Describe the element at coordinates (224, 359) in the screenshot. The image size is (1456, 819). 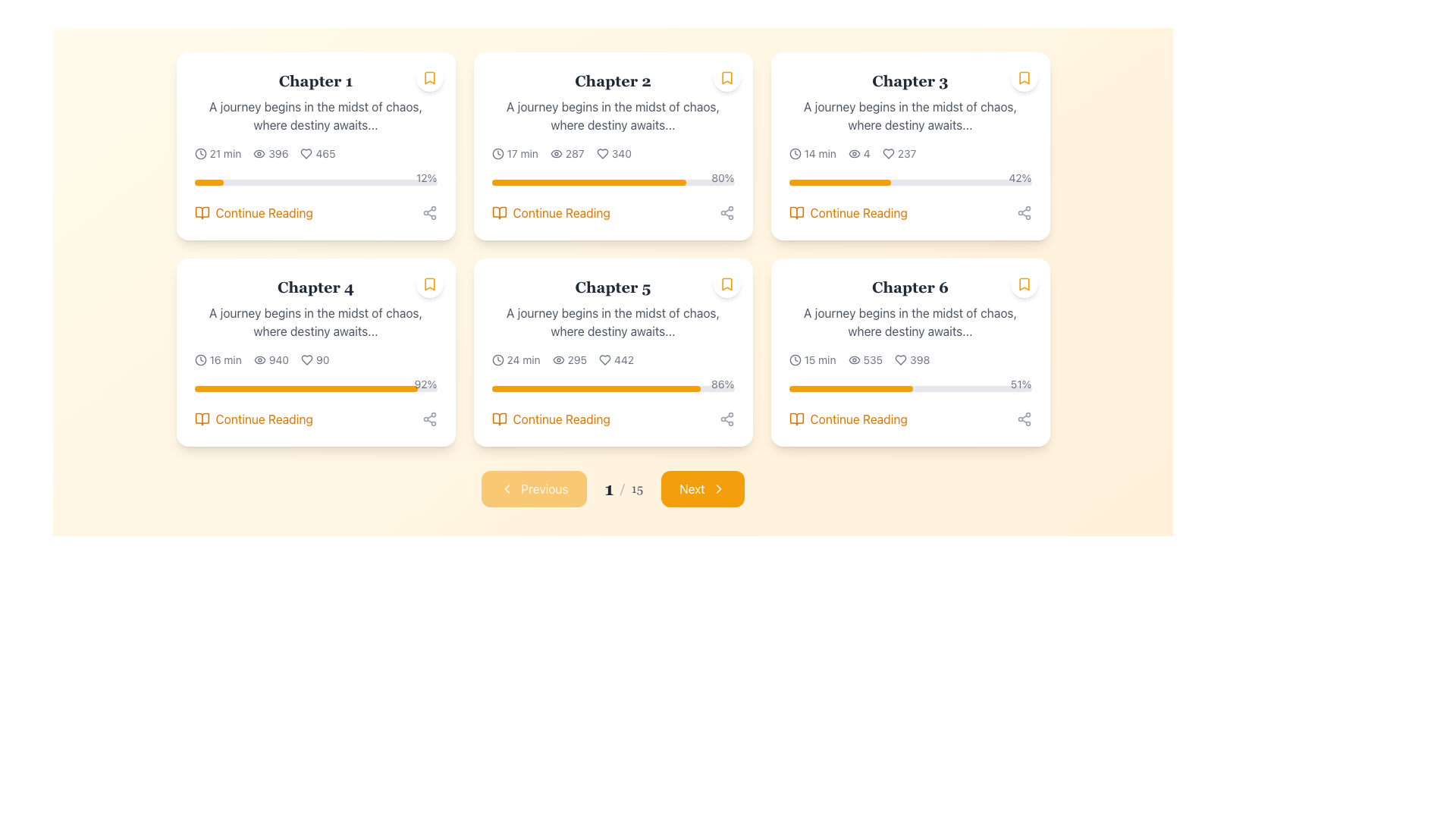
I see `the text label displaying '16 min' located within the Chapter 4 card, adjacent to the clock icon` at that location.